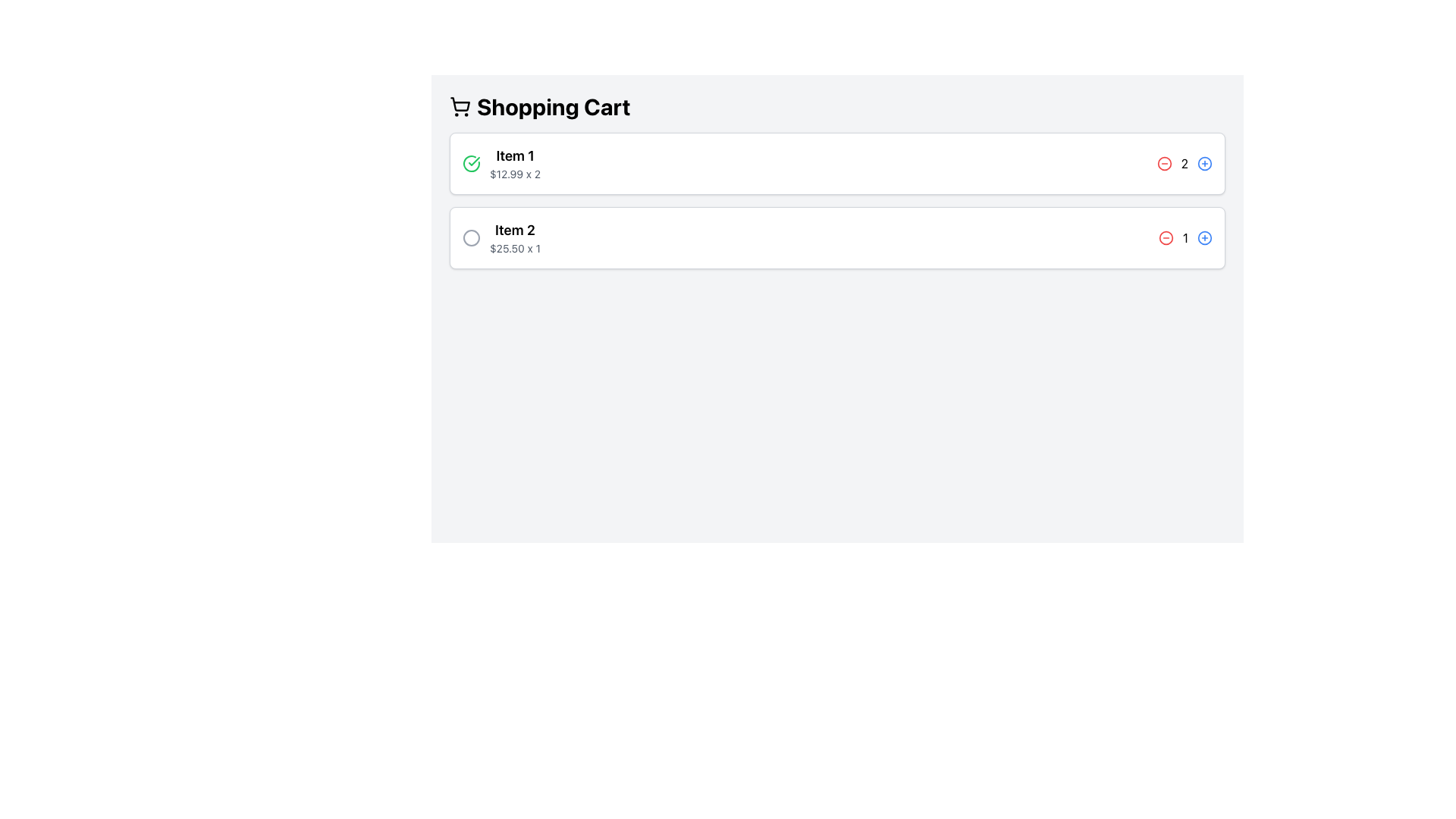  I want to click on the title Text Label of the first item in the shopping cart, which provides information about the specific item being referenced, so click(515, 155).